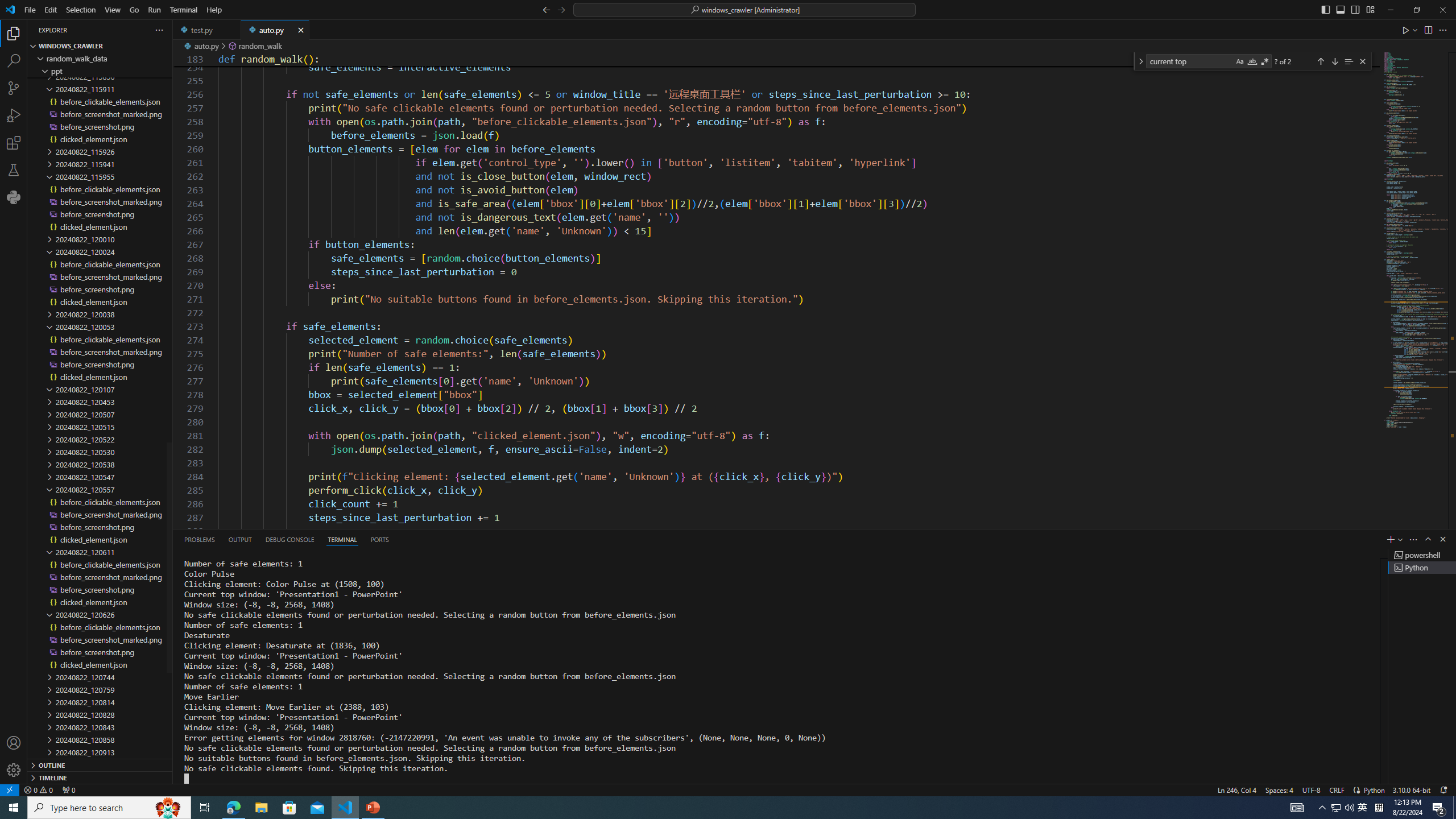 Image resolution: width=1456 pixels, height=819 pixels. Describe the element at coordinates (1319, 61) in the screenshot. I see `'Previous Match (Shift+Enter)'` at that location.